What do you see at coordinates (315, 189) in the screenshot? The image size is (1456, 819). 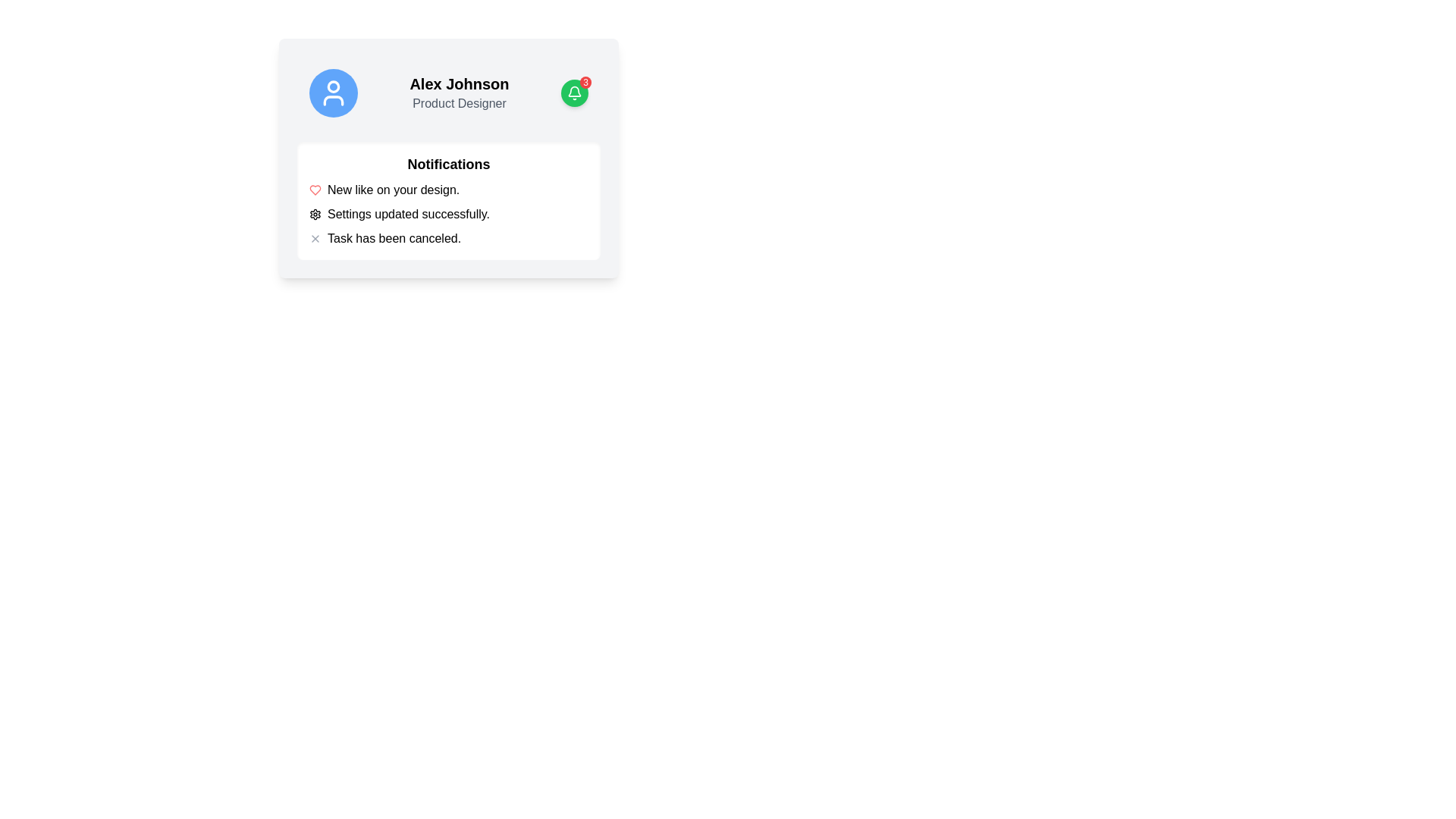 I see `the heart-shaped 'like' icon located to the left of the text 'New like on your design' in the notification section` at bounding box center [315, 189].